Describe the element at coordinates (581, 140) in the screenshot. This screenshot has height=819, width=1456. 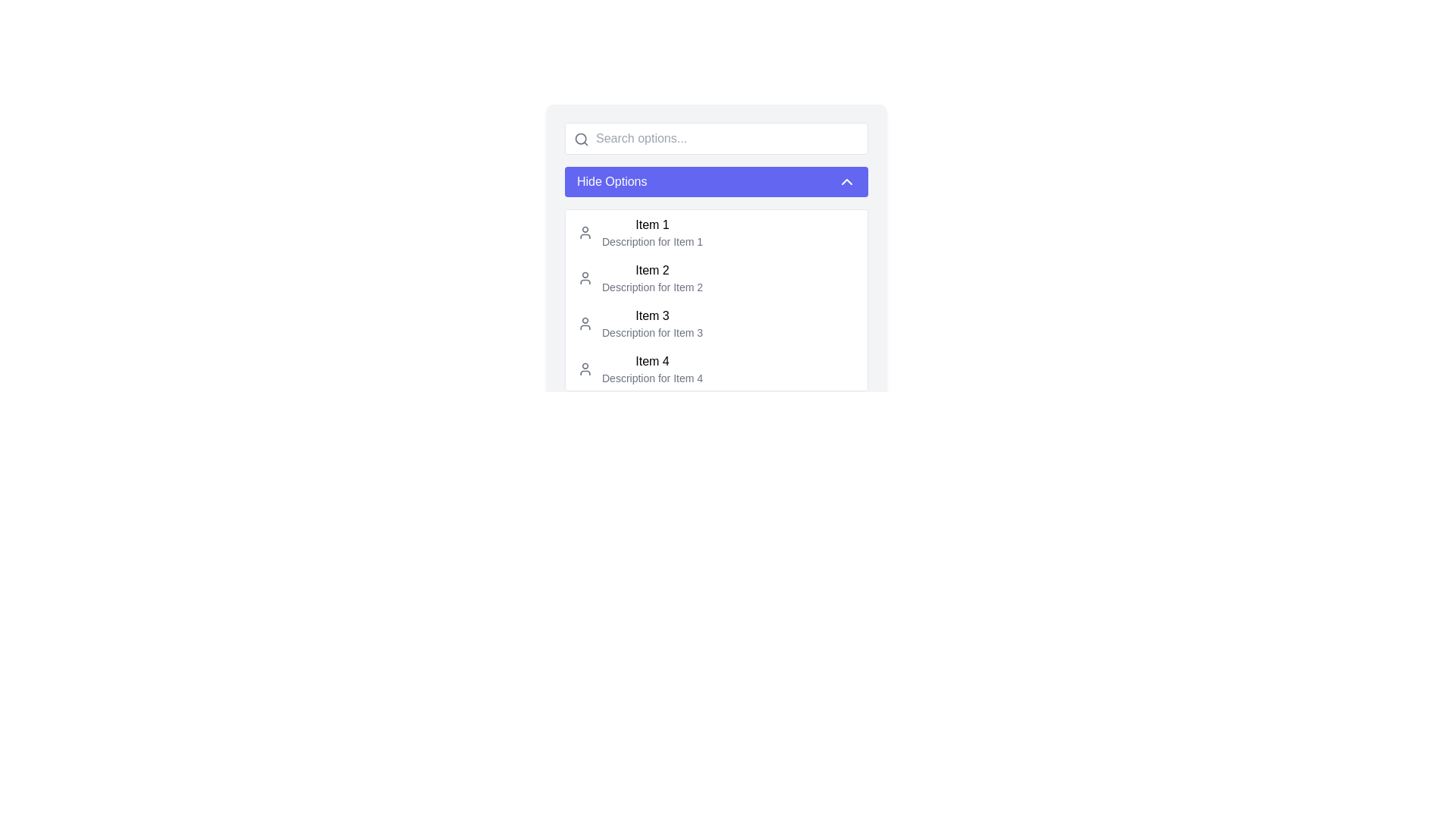
I see `the search icon, represented by a gray magnifying glass located inside the search input field to the left of the placeholder text 'Search options...'` at that location.